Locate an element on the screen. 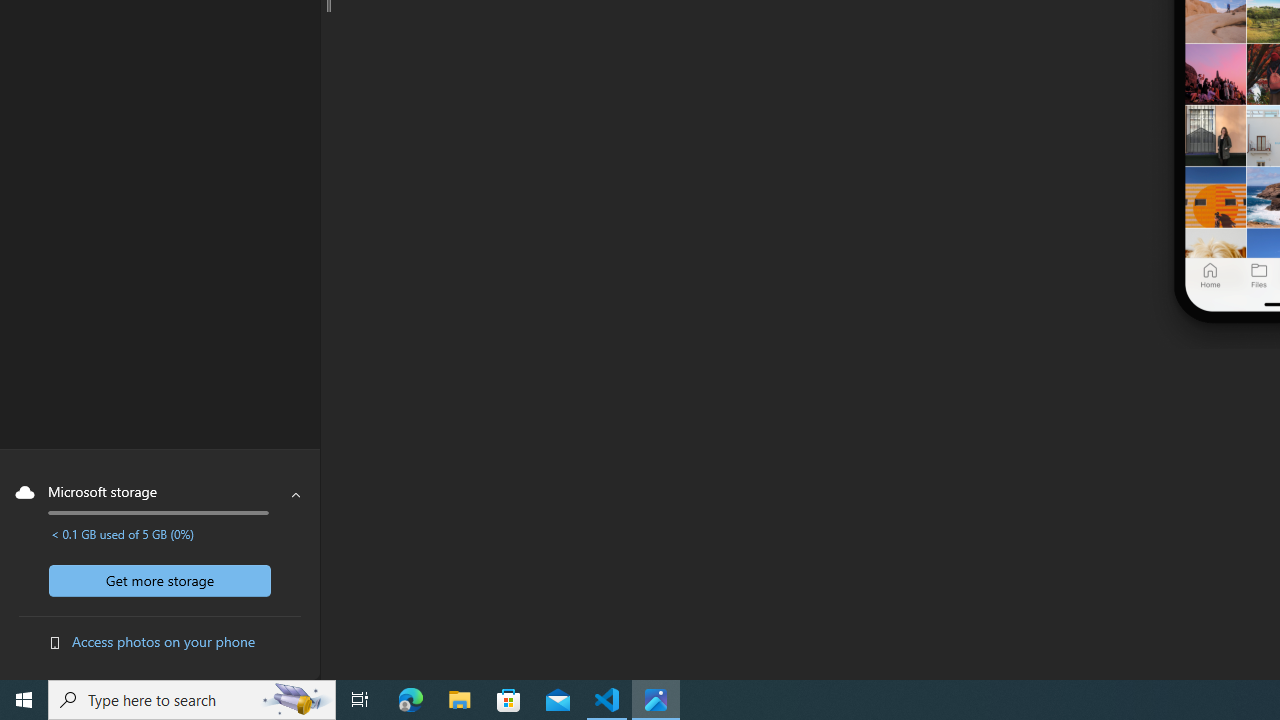 Image resolution: width=1280 pixels, height=720 pixels. 'File Explorer' is located at coordinates (459, 698).